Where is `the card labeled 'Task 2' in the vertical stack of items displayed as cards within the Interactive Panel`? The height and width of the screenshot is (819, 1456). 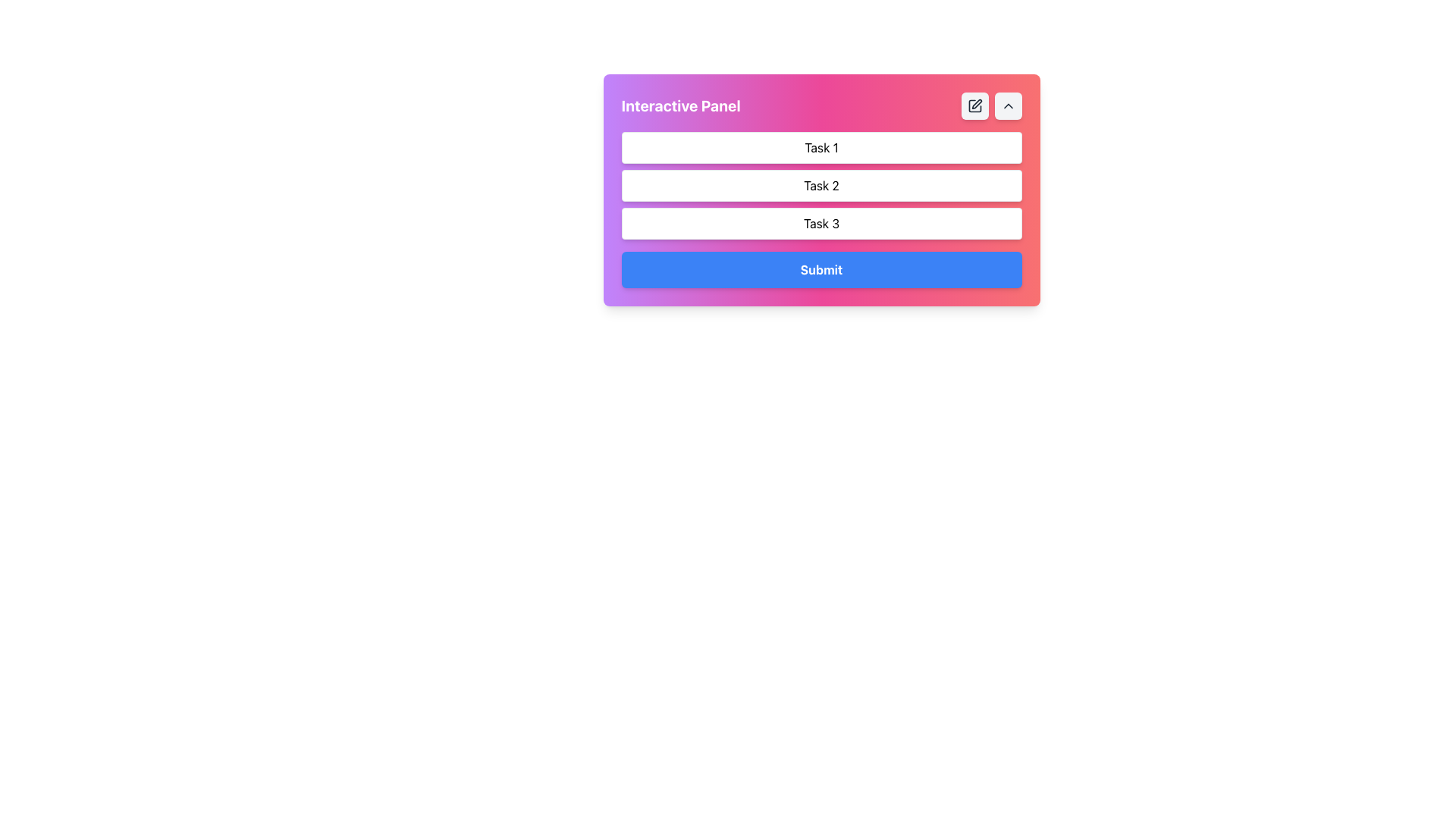 the card labeled 'Task 2' in the vertical stack of items displayed as cards within the Interactive Panel is located at coordinates (821, 185).